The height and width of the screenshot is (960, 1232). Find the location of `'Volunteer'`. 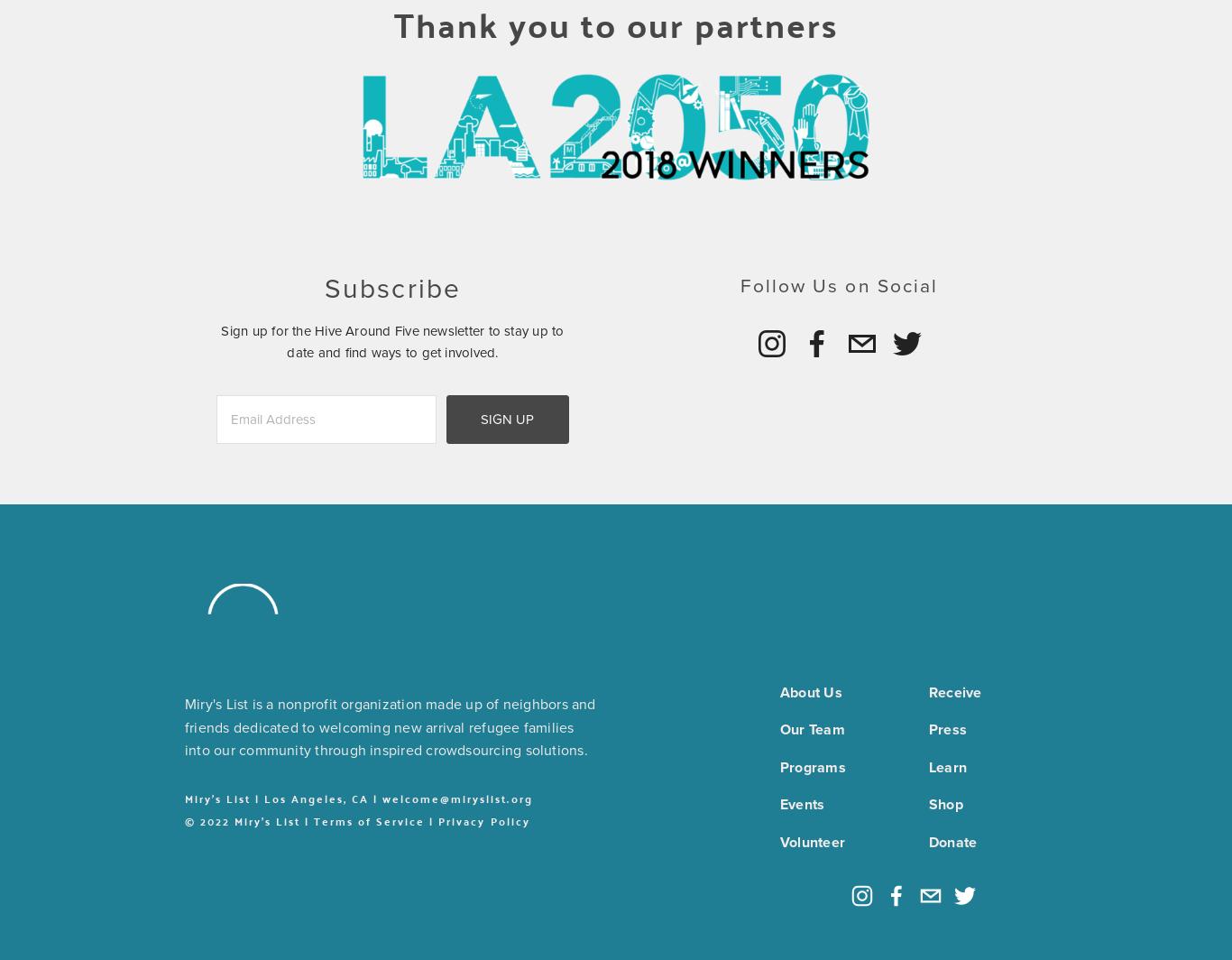

'Volunteer' is located at coordinates (812, 841).